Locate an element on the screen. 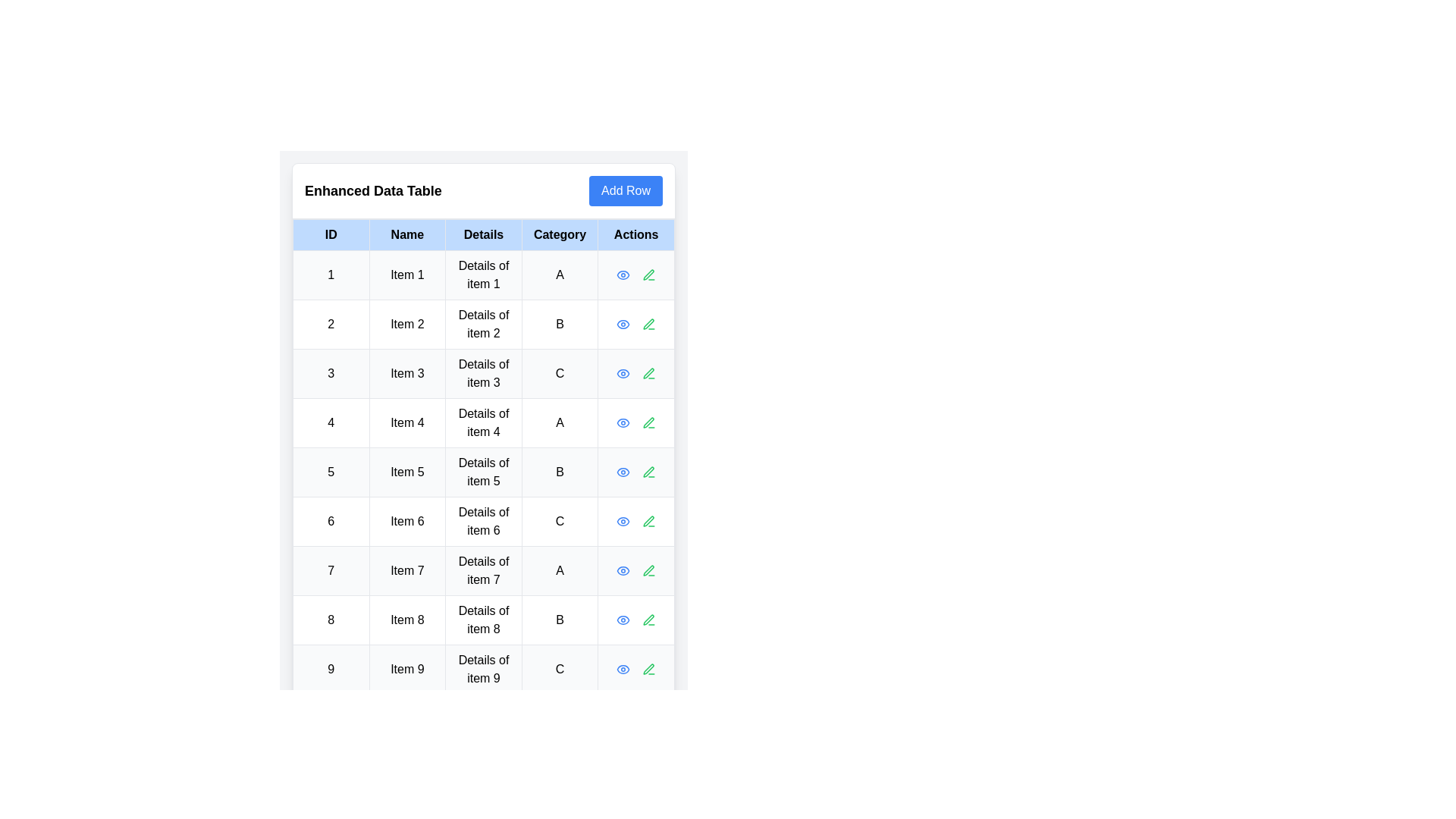 The width and height of the screenshot is (1456, 819). the green pen-like icon button located in the 'Actions' column next to 'Details of item 1' is located at coordinates (648, 275).